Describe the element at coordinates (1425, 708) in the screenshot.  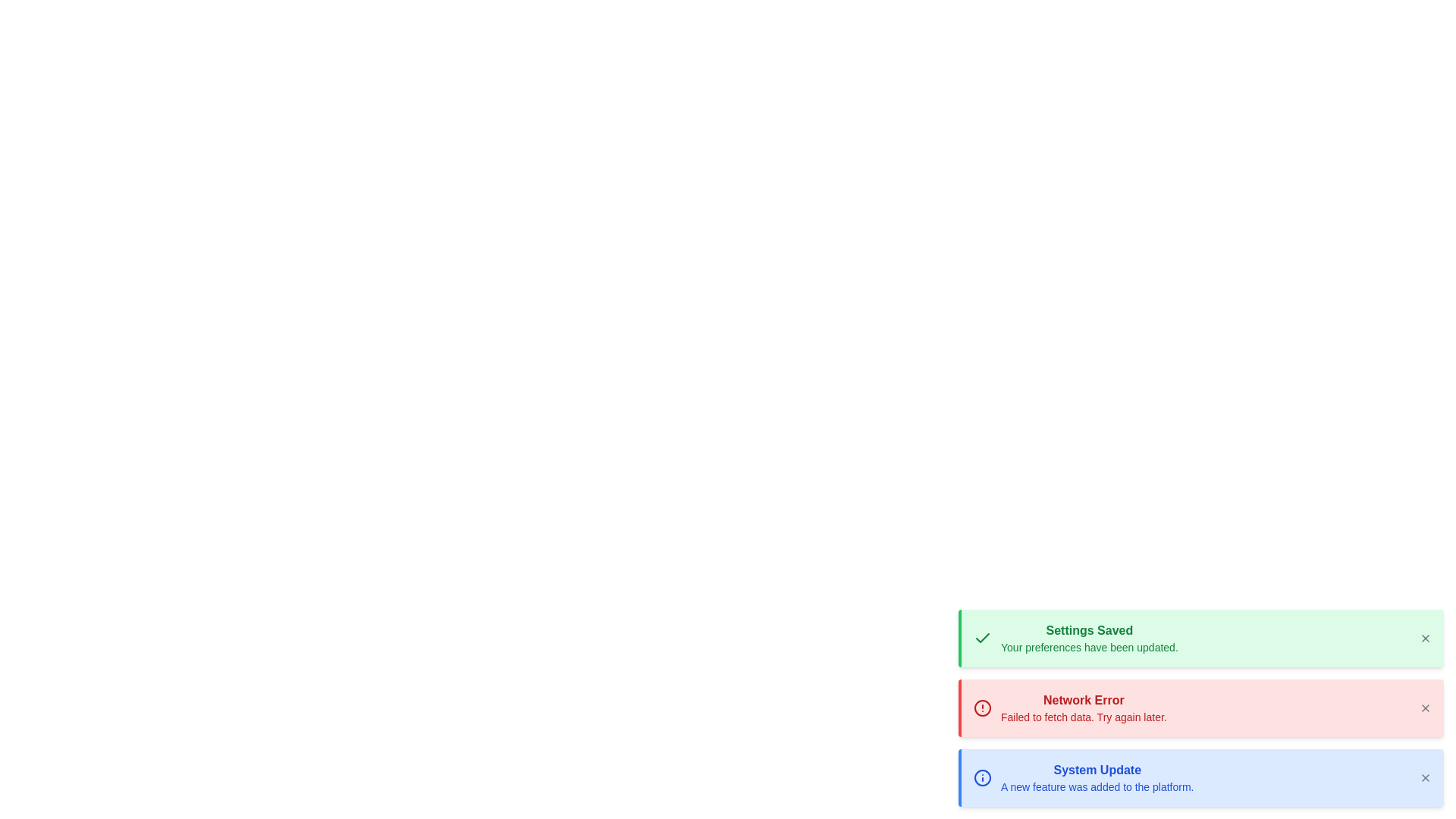
I see `the dismiss button located in the top-right corner of the red-colored notification card titled 'Network Error'` at that location.